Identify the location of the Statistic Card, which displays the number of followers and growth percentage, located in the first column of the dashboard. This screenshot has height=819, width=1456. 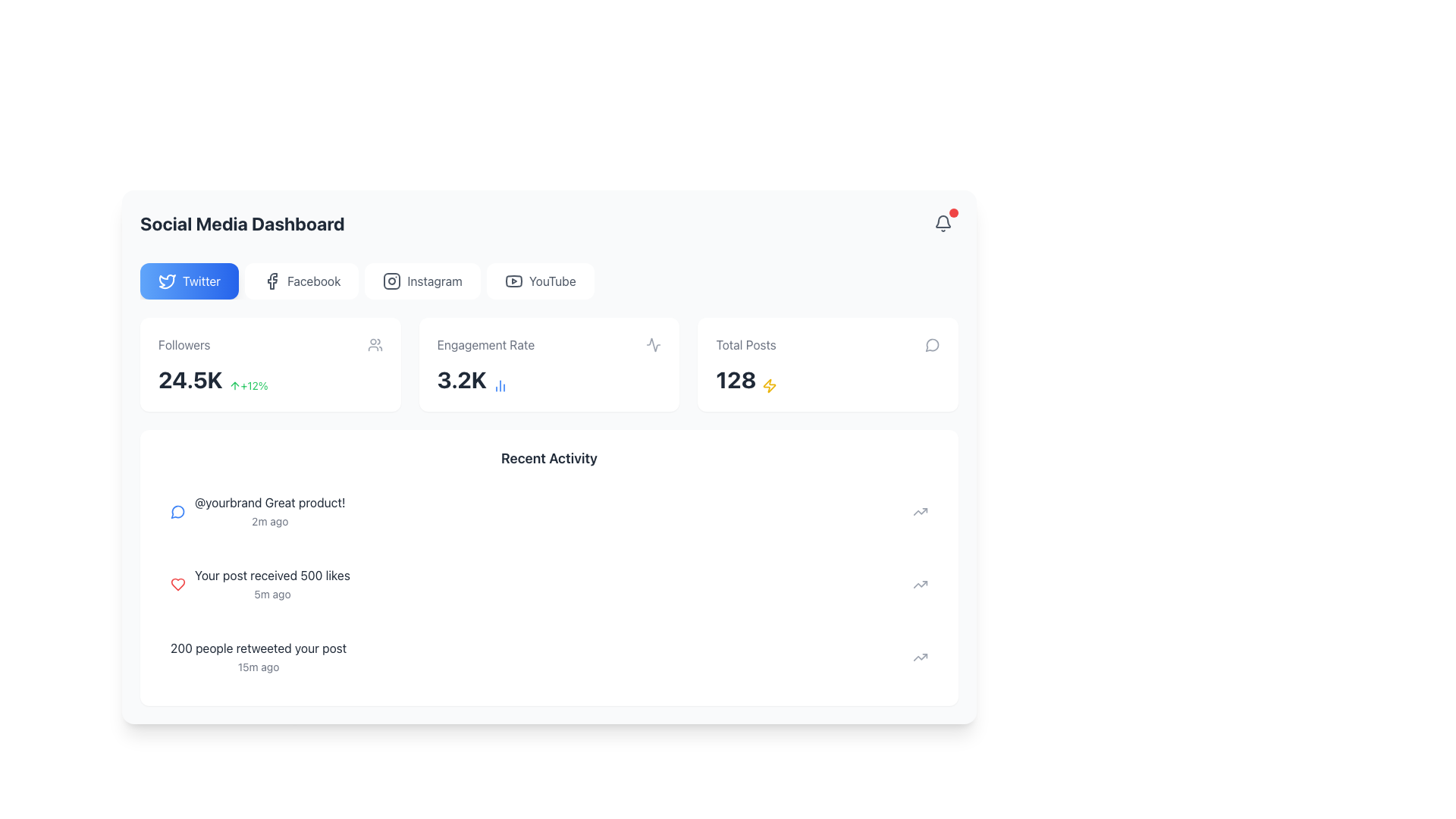
(270, 365).